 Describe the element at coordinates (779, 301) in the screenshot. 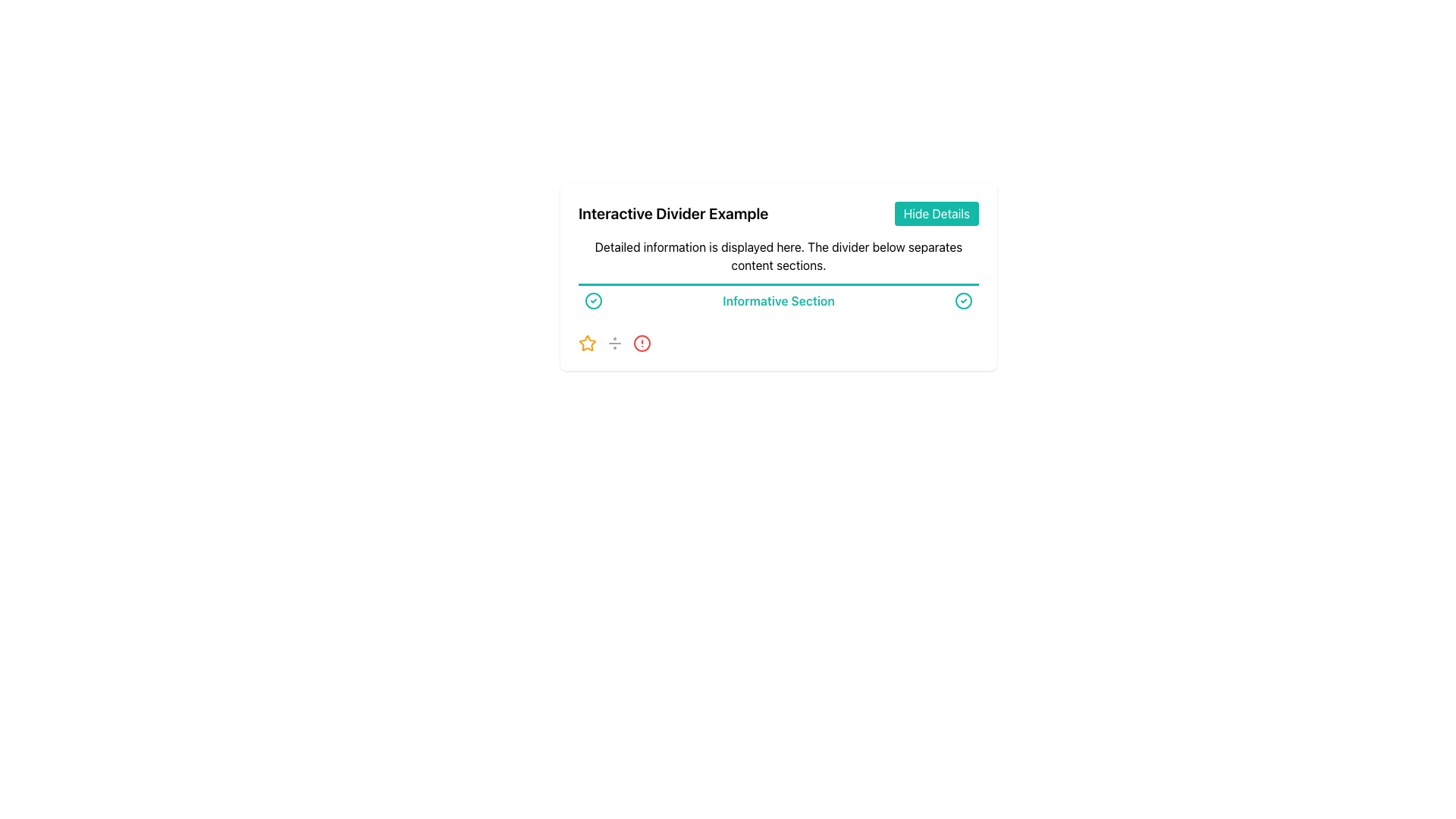

I see `the text label displaying 'Informative Section' in teal color, which is bold and horizontally centered between two teal checkmark icons` at that location.